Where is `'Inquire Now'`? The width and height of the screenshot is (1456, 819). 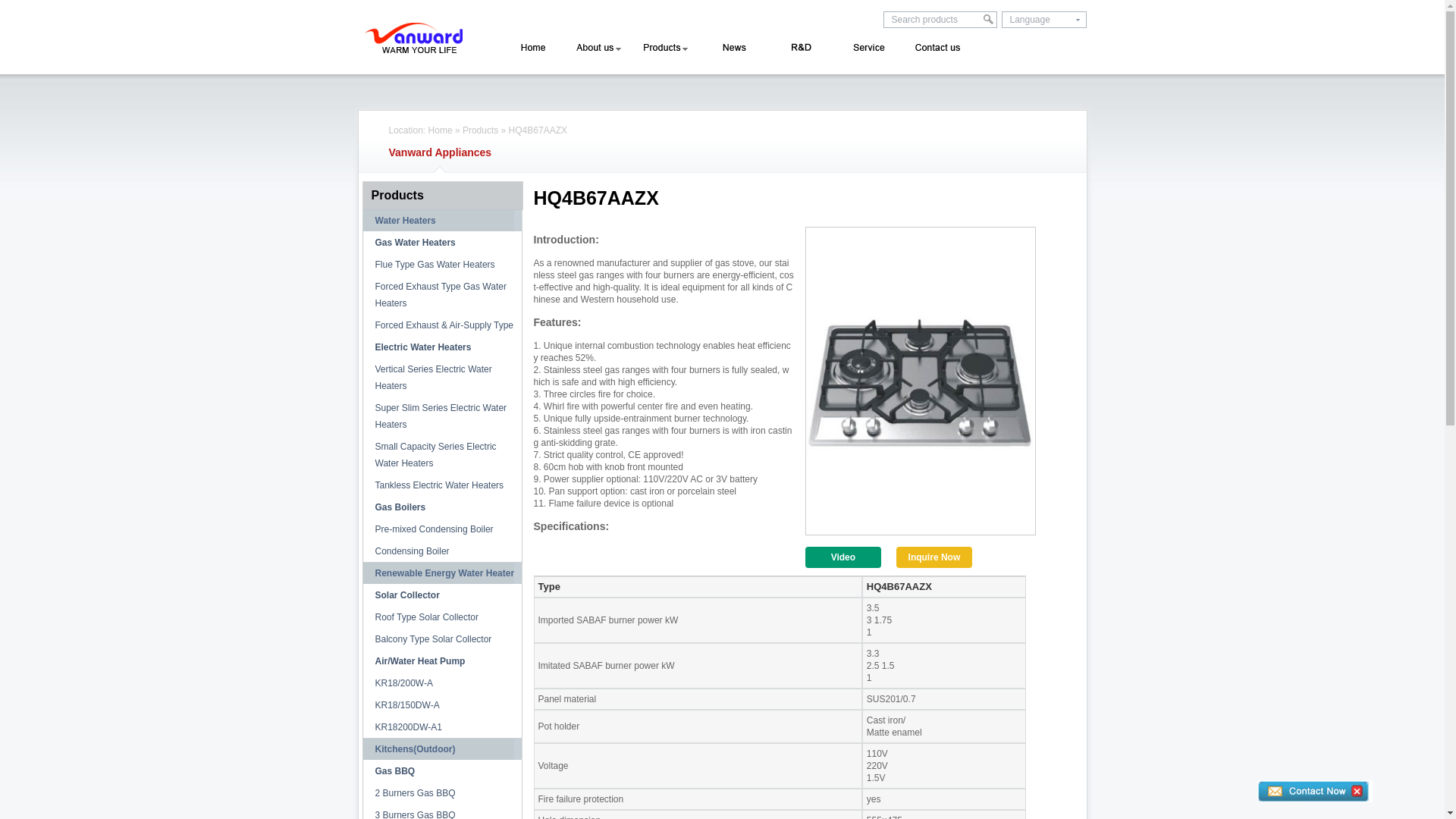 'Inquire Now' is located at coordinates (896, 557).